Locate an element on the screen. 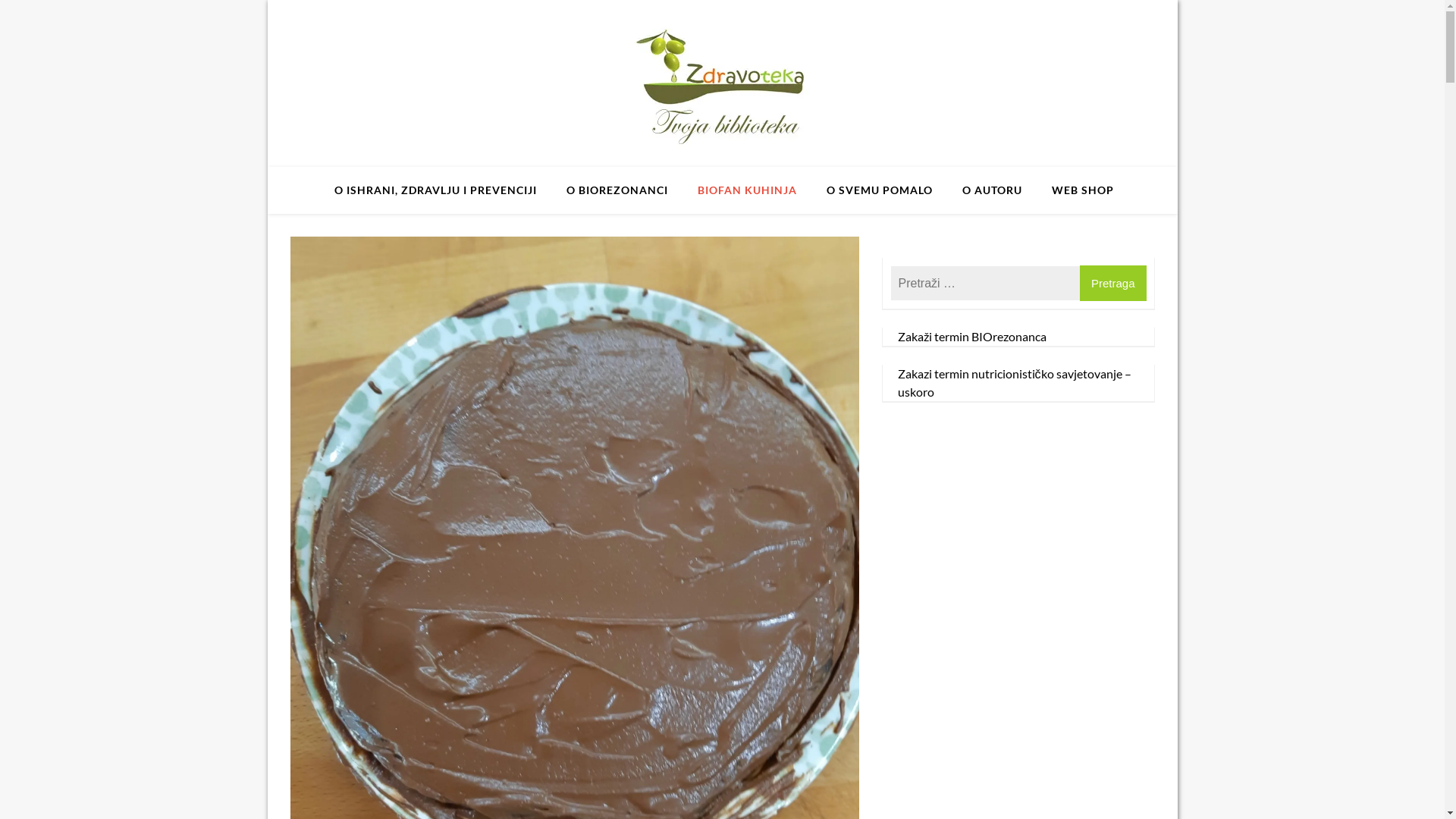  'O AUTORU' is located at coordinates (949, 189).